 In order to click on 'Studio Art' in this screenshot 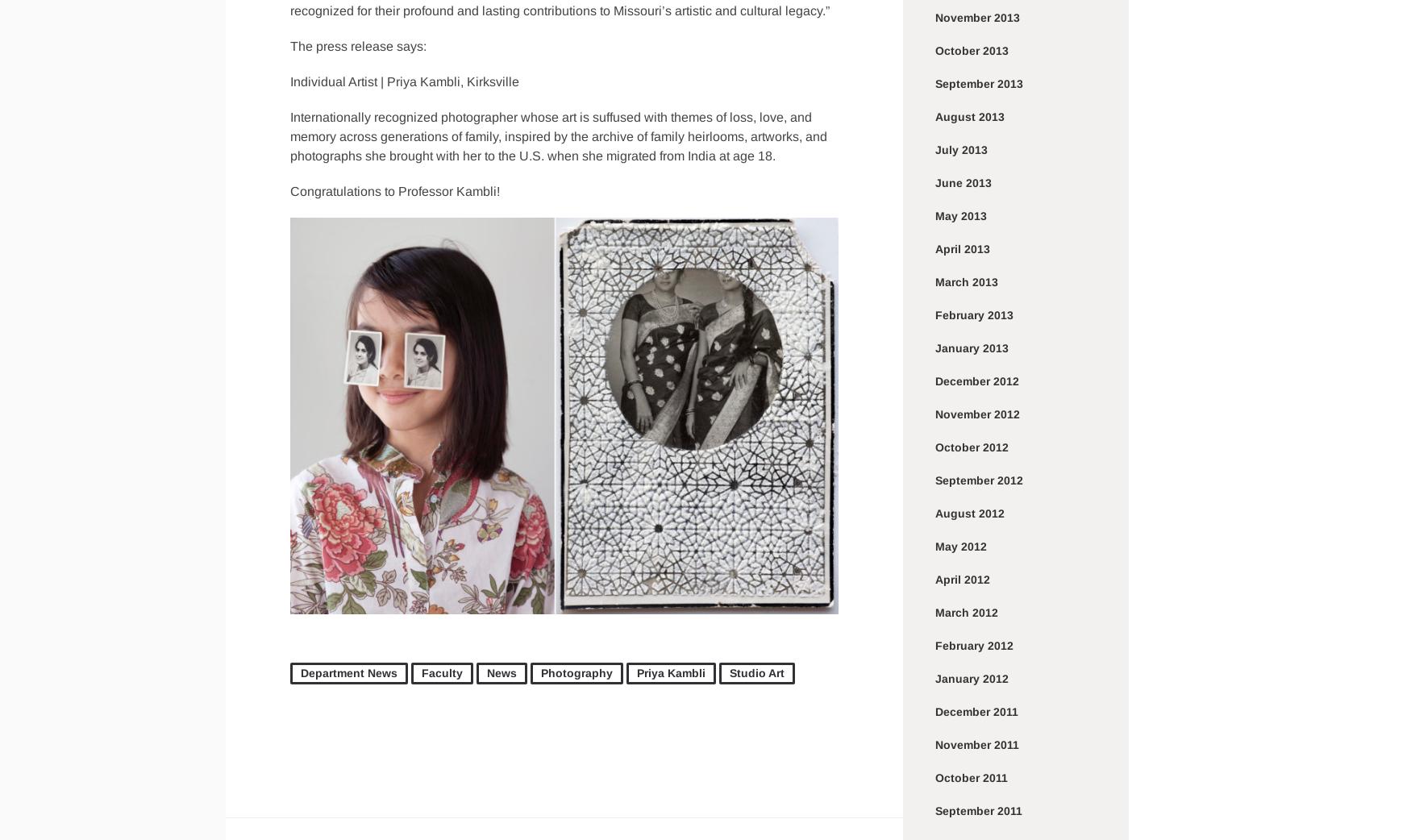, I will do `click(757, 672)`.